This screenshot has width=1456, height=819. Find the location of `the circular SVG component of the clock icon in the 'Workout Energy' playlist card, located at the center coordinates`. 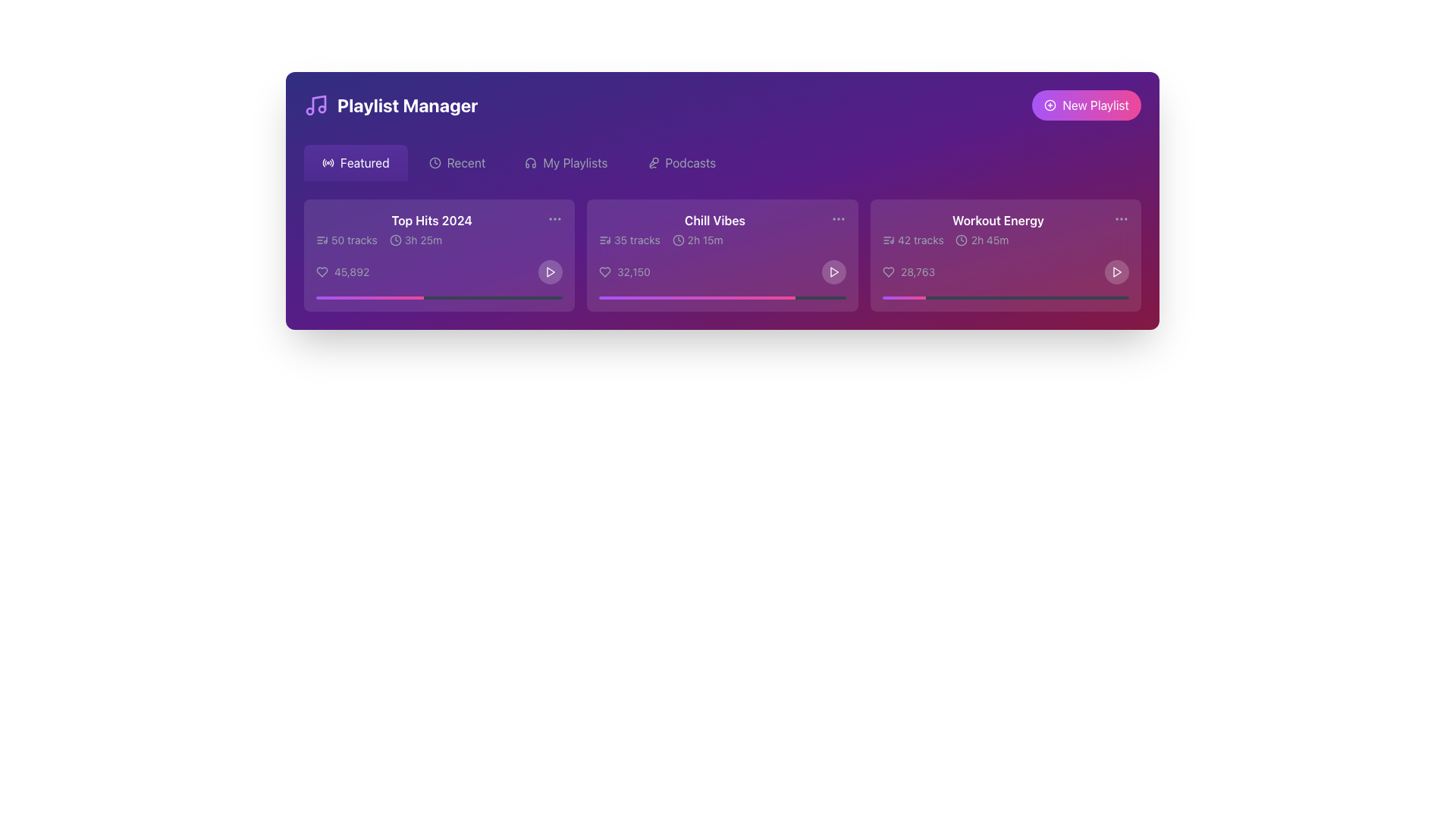

the circular SVG component of the clock icon in the 'Workout Energy' playlist card, located at the center coordinates is located at coordinates (961, 239).